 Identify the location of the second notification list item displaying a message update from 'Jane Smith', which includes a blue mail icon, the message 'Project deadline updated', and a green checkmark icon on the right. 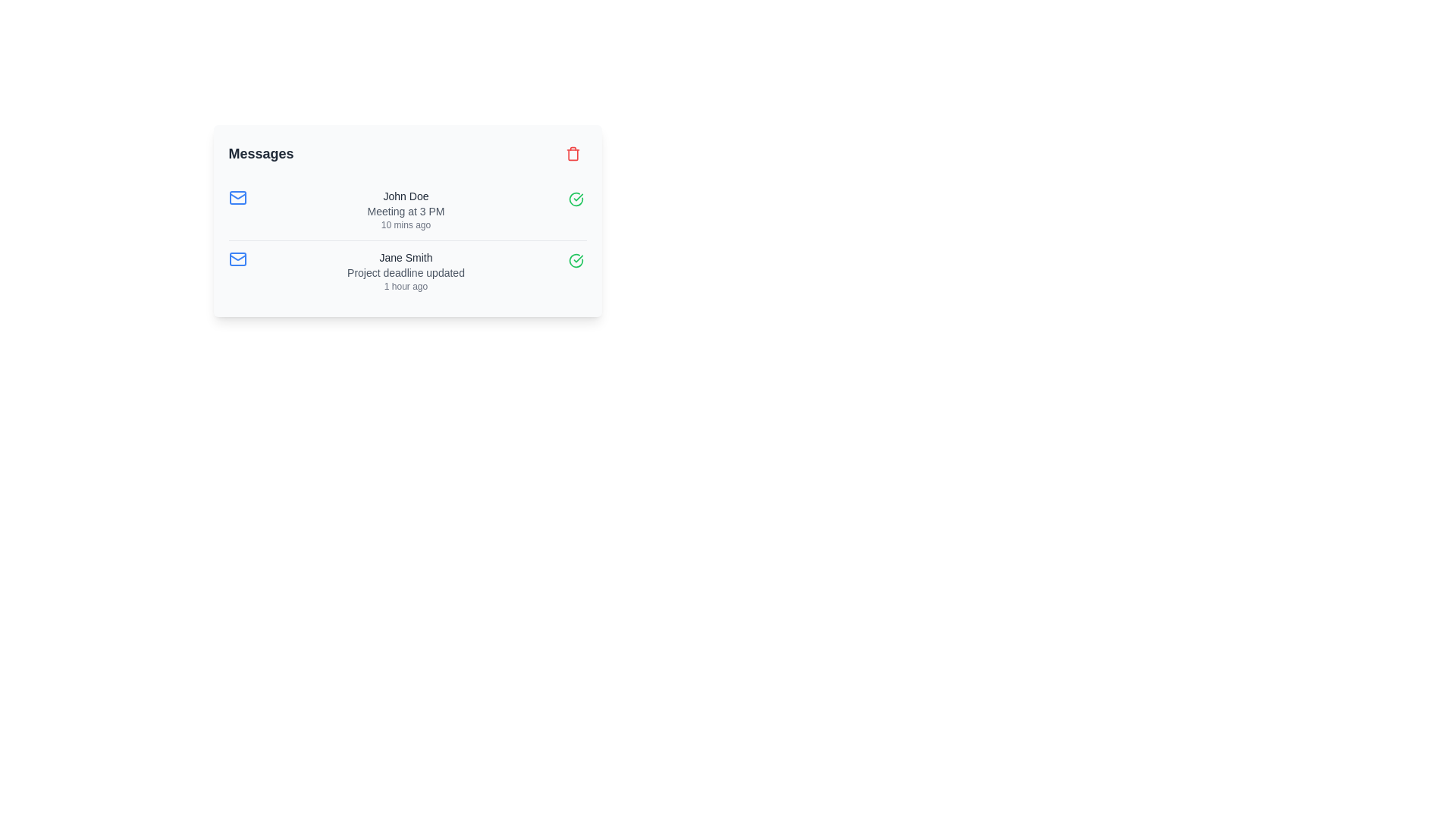
(407, 270).